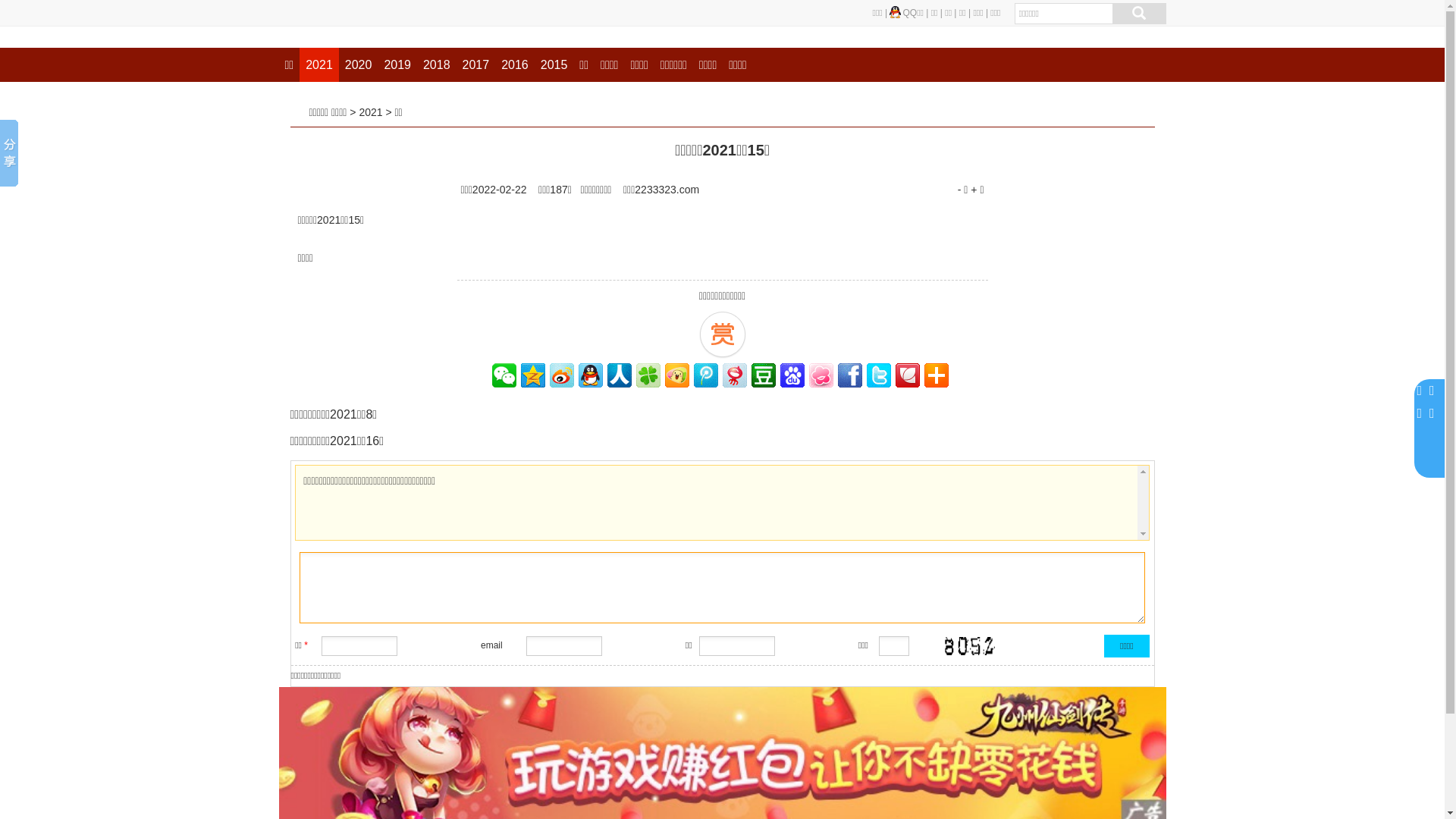 This screenshot has width=1456, height=819. Describe the element at coordinates (475, 64) in the screenshot. I see `'2017'` at that location.